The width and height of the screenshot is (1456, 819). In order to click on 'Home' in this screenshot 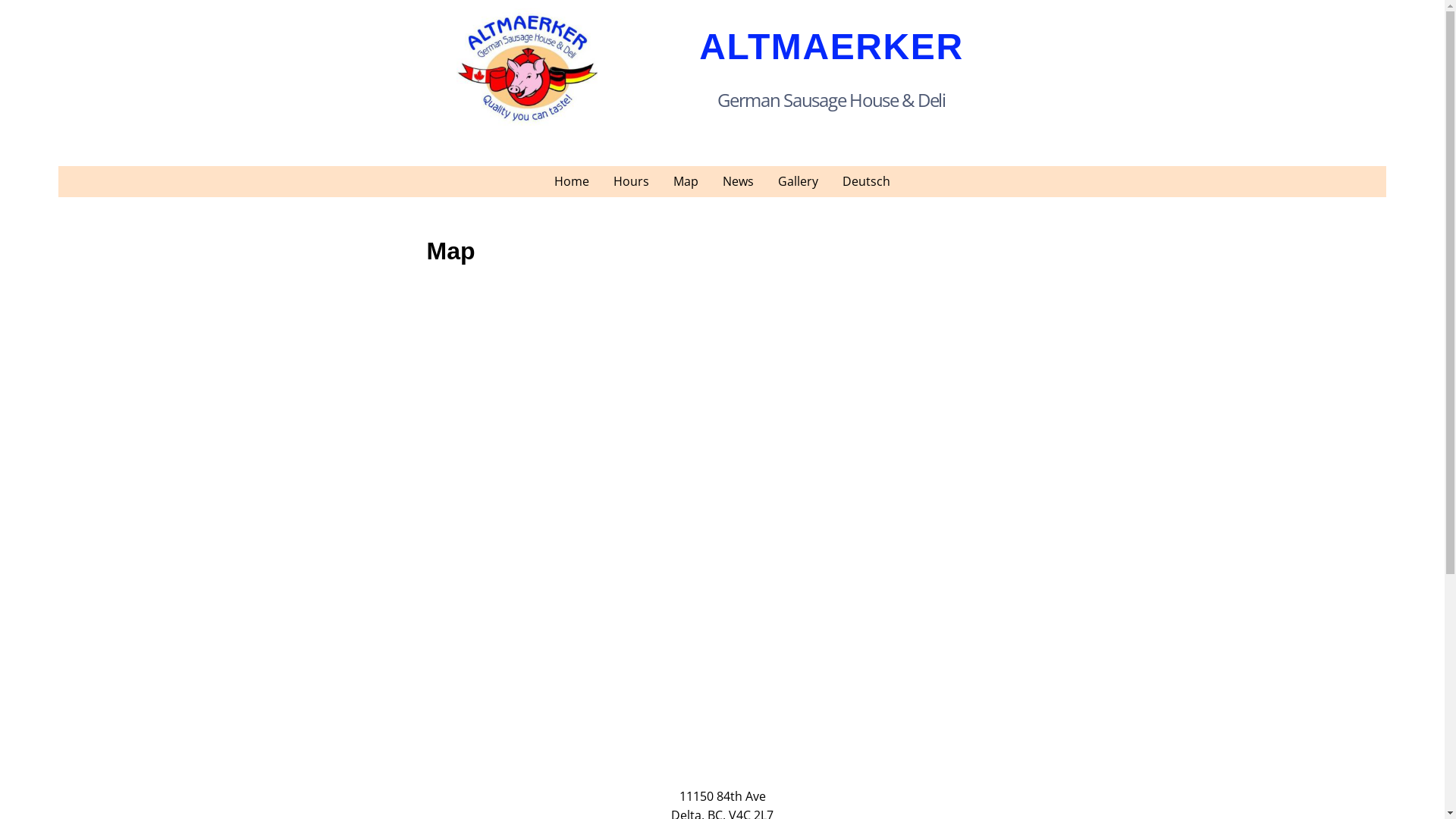, I will do `click(570, 180)`.